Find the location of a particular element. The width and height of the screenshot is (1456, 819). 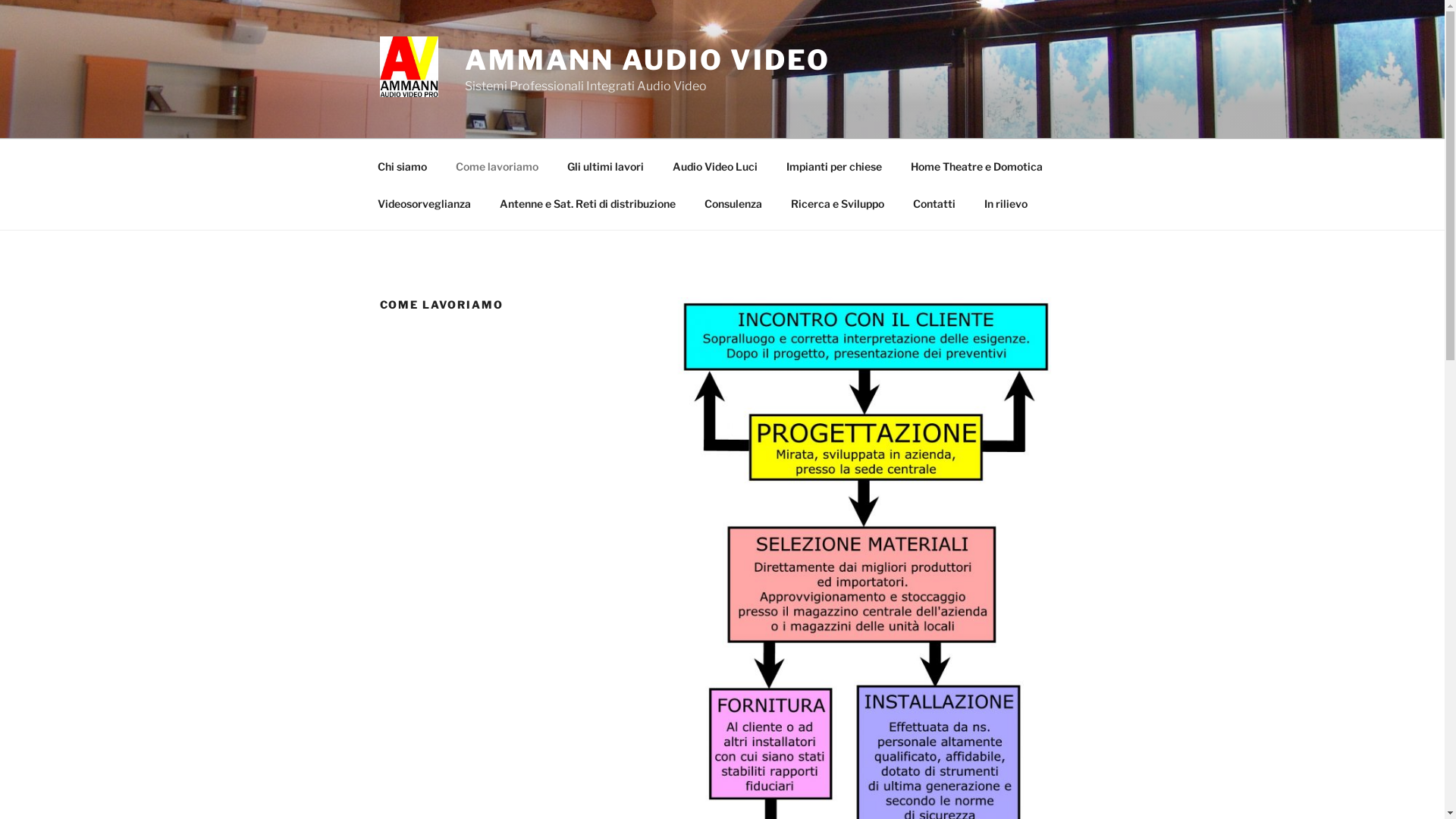

'Audio Video Luci' is located at coordinates (714, 165).